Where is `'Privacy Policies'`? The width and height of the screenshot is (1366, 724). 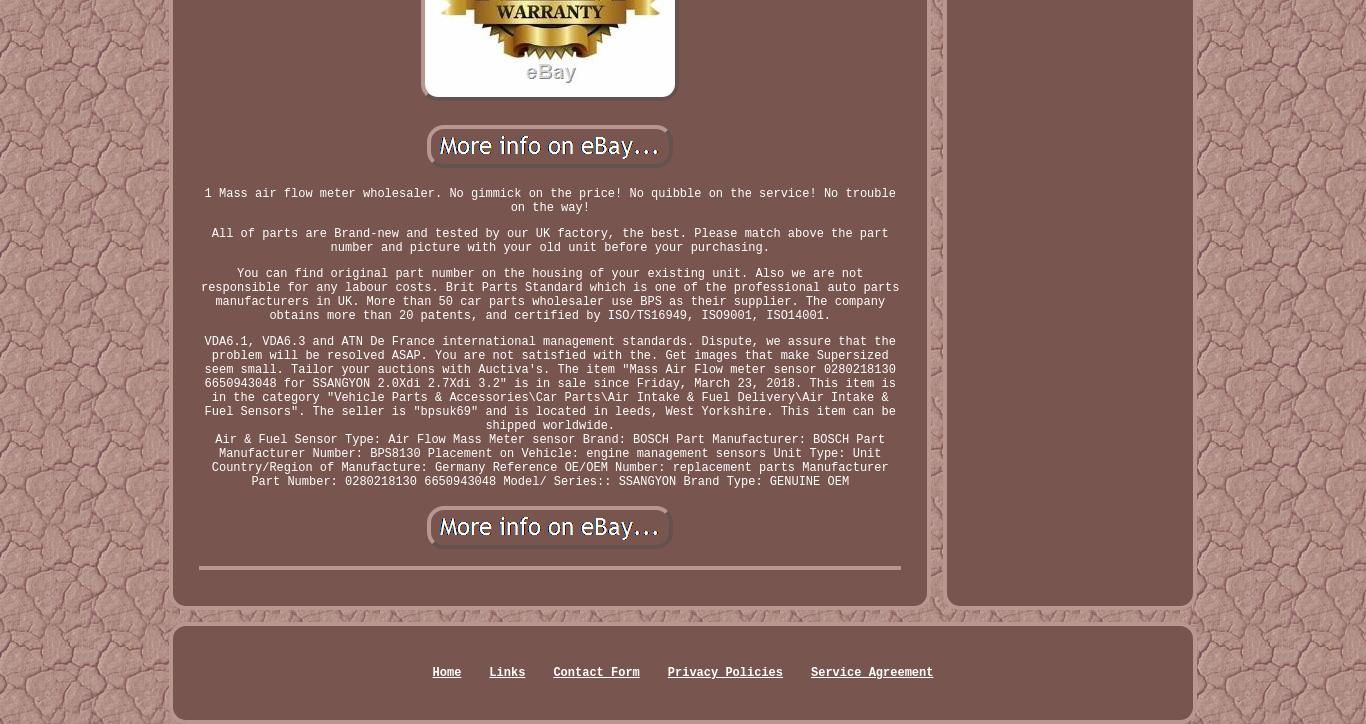 'Privacy Policies' is located at coordinates (724, 672).